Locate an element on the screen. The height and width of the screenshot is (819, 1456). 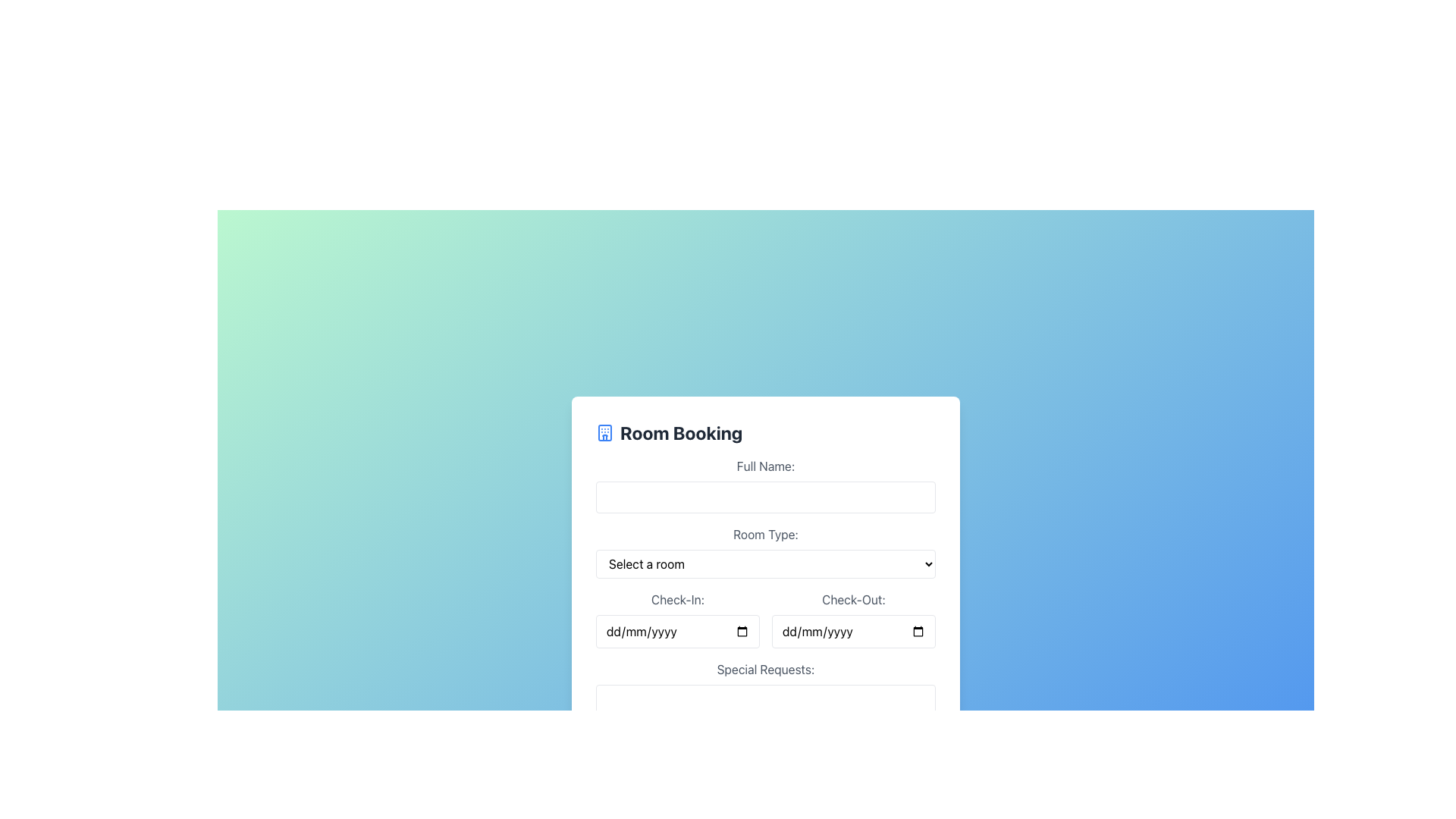
the text within the multiline Text Area located beneath the 'Special Requests:' label, which allows users to provide additional comments or requests related to their booking is located at coordinates (765, 727).